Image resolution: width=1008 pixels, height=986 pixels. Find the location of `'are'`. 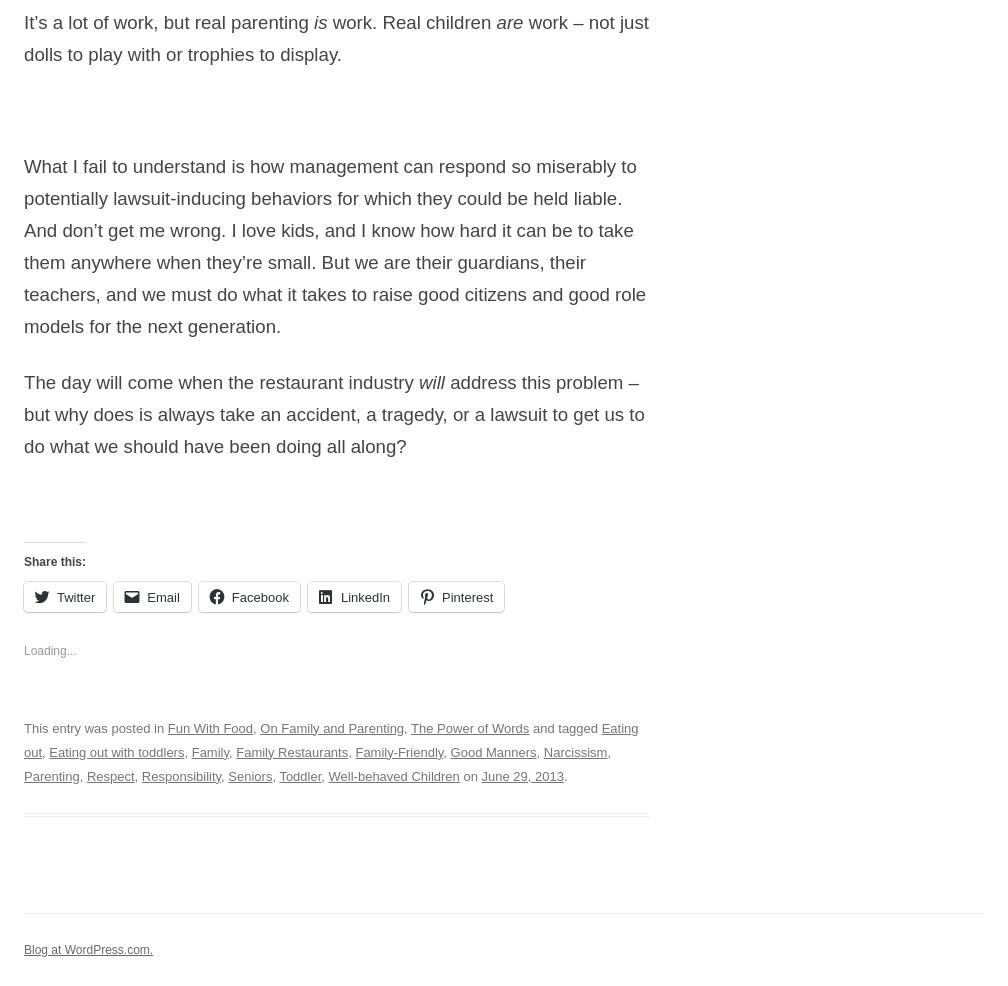

'are' is located at coordinates (509, 21).